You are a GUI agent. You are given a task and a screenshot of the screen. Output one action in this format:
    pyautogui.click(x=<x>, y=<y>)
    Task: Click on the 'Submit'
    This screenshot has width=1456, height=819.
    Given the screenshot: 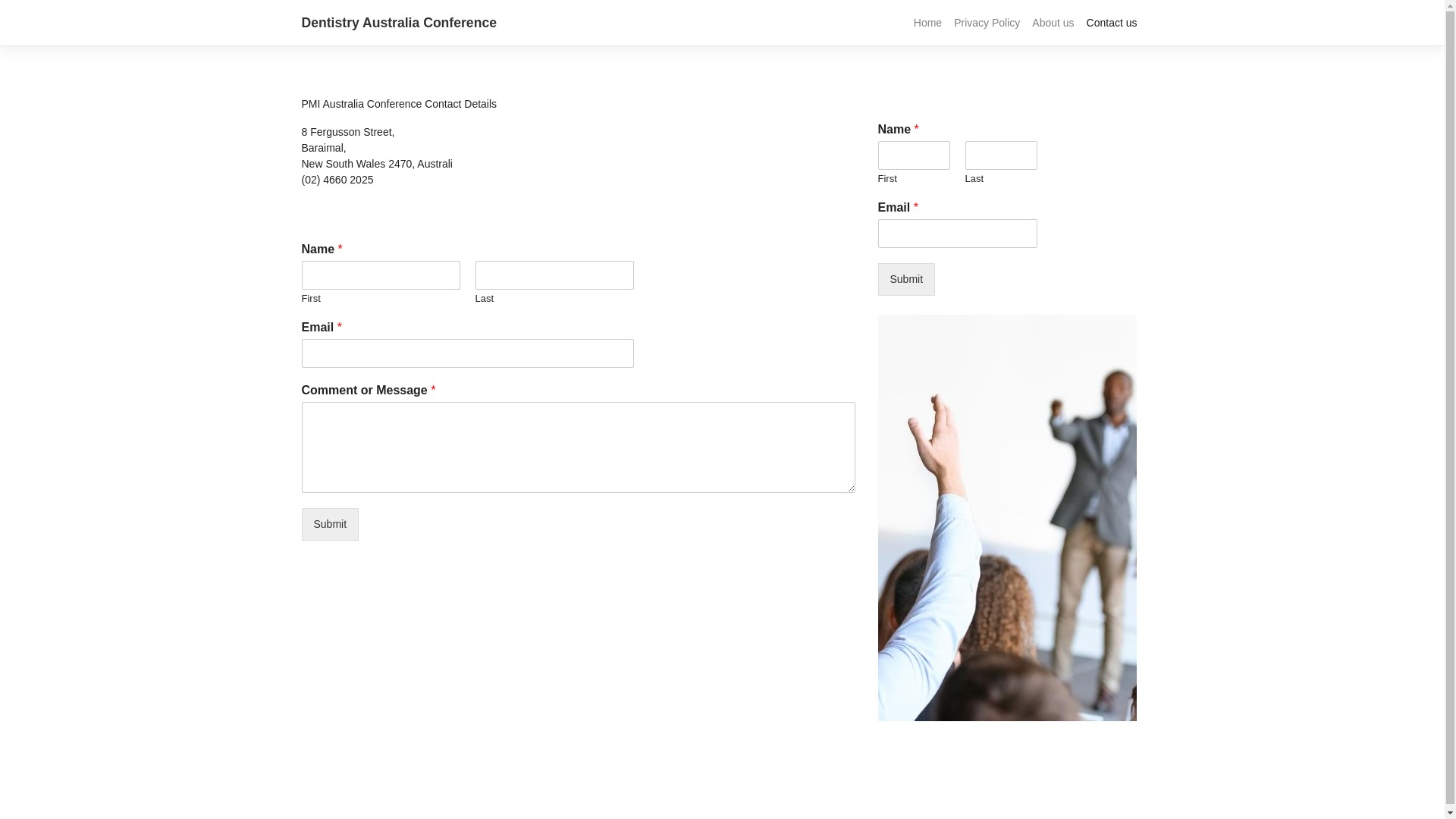 What is the action you would take?
    pyautogui.click(x=877, y=279)
    